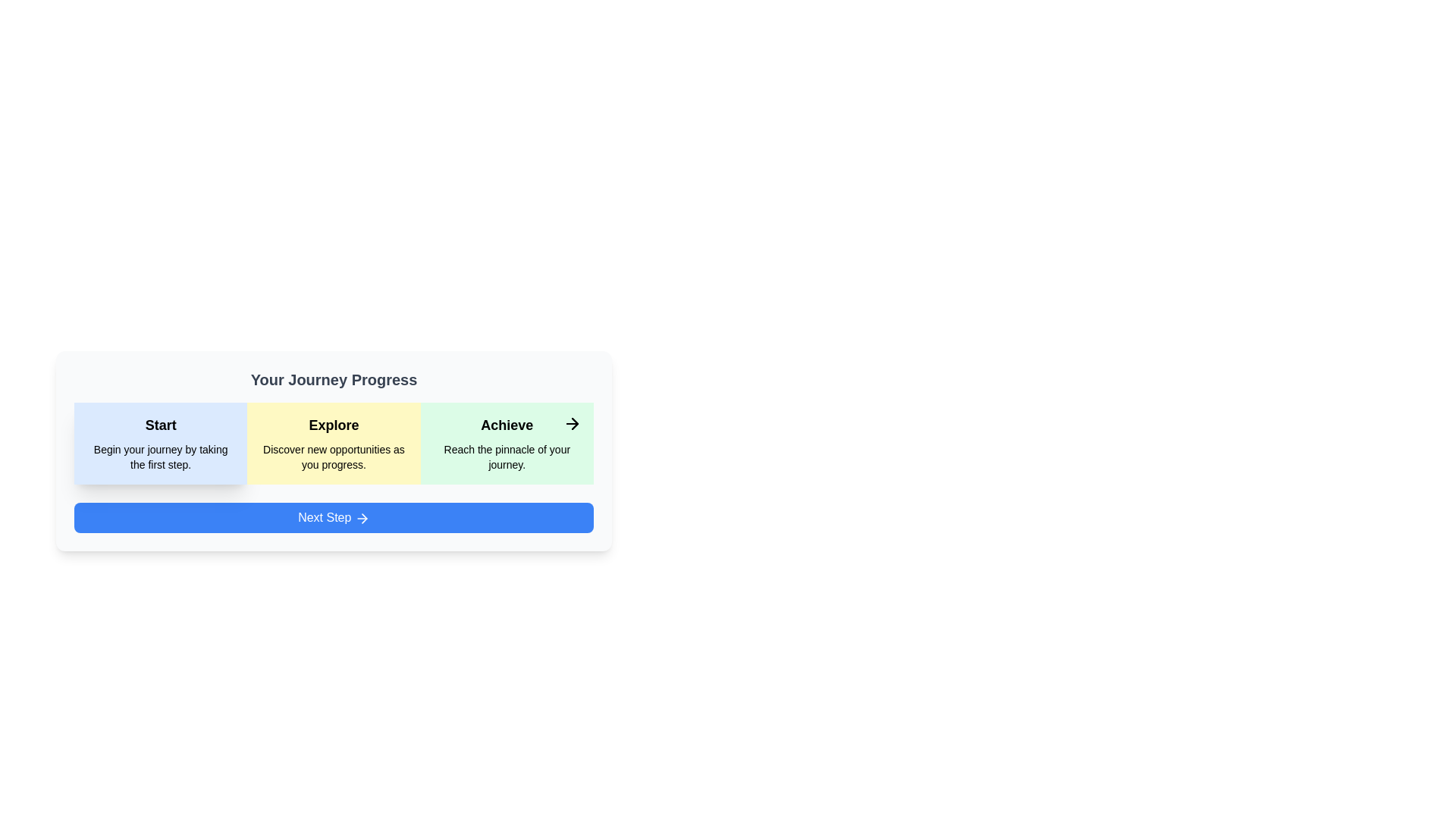 The image size is (1456, 819). Describe the element at coordinates (333, 456) in the screenshot. I see `the static text label in the 'Explore' section, which provides descriptive guidance or motivation related to progression` at that location.